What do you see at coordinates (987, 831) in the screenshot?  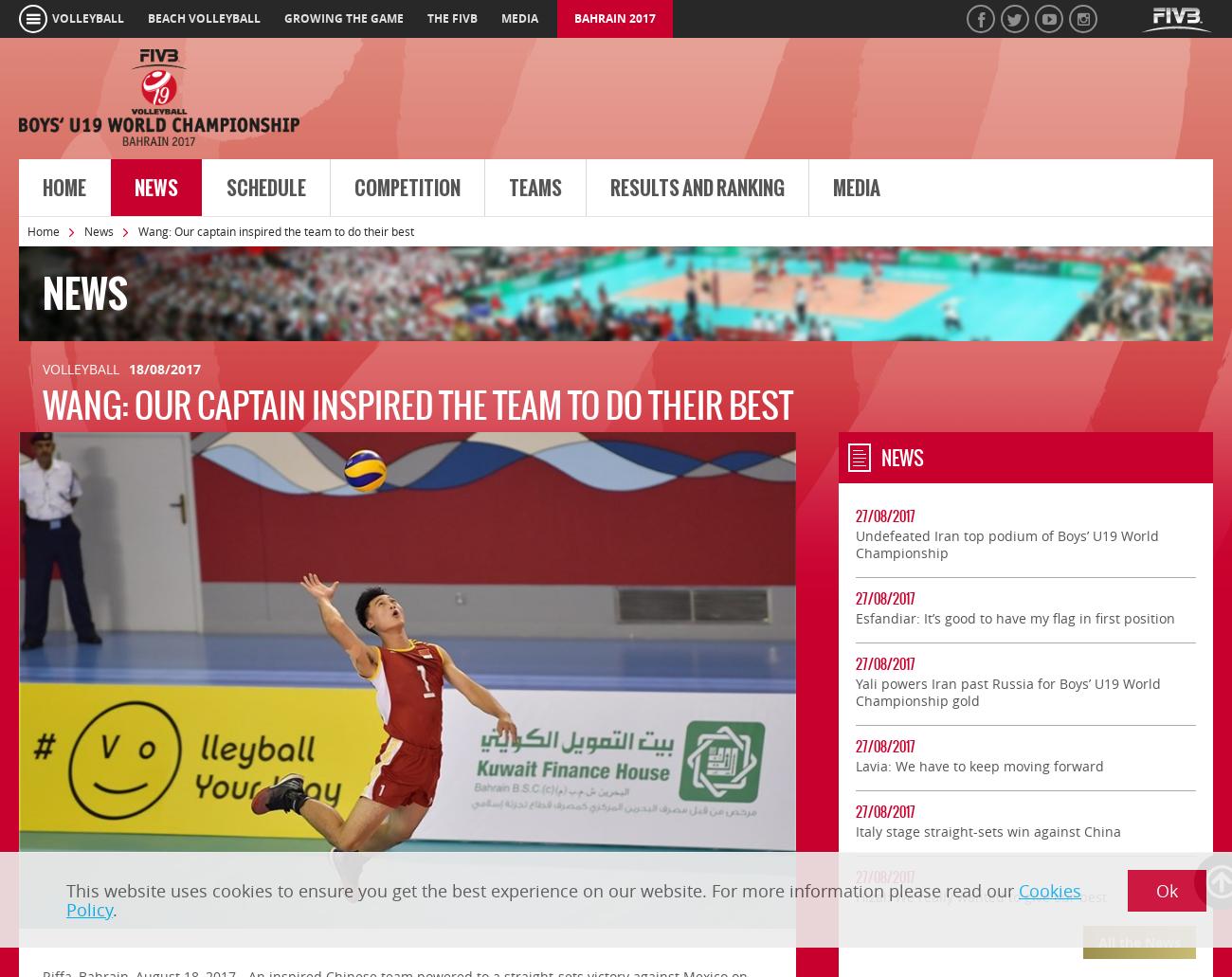 I see `'Italy stage straight-sets win against China'` at bounding box center [987, 831].